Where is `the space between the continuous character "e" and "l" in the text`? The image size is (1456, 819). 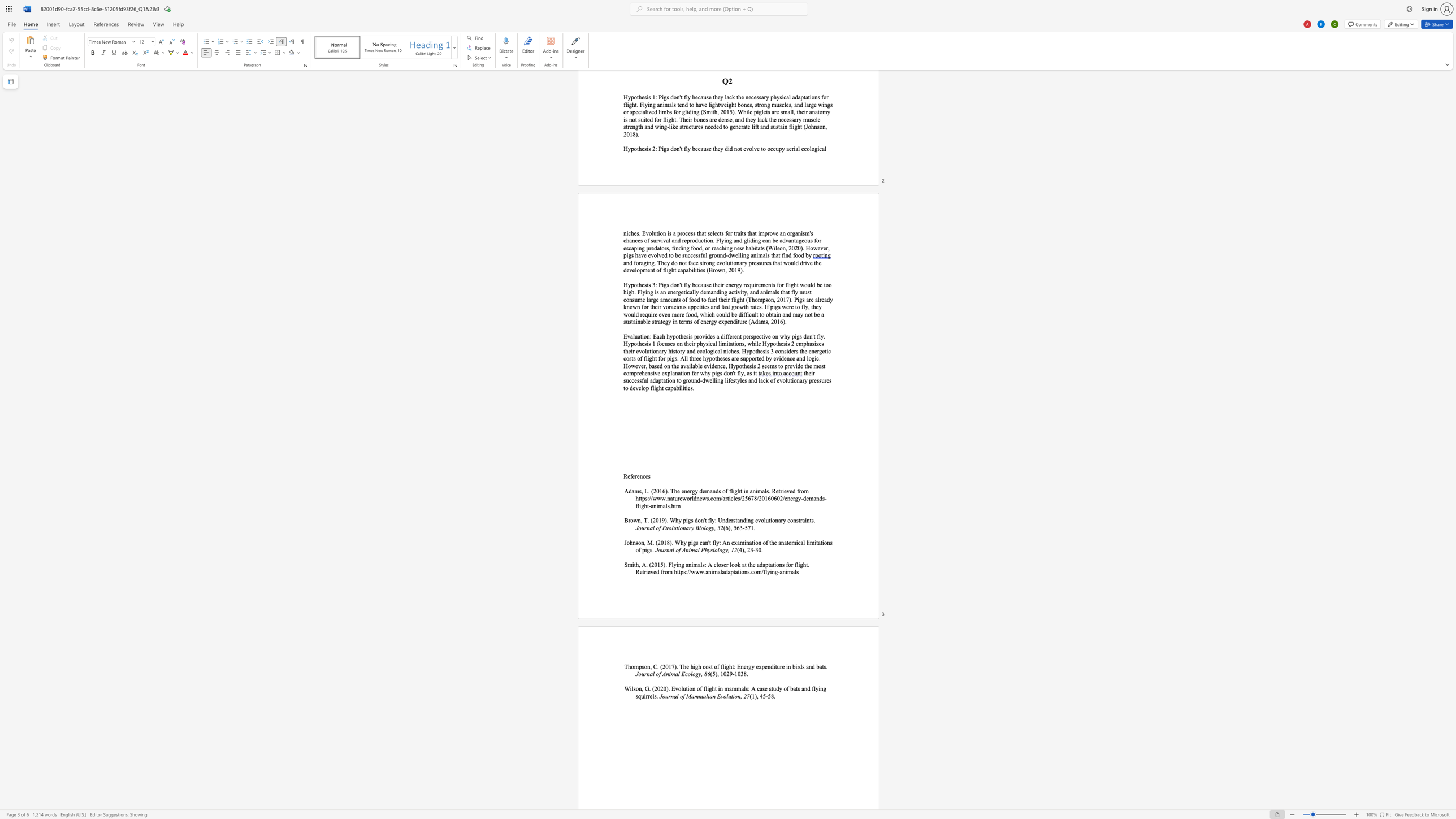 the space between the continuous character "e" and "l" in the text is located at coordinates (652, 696).